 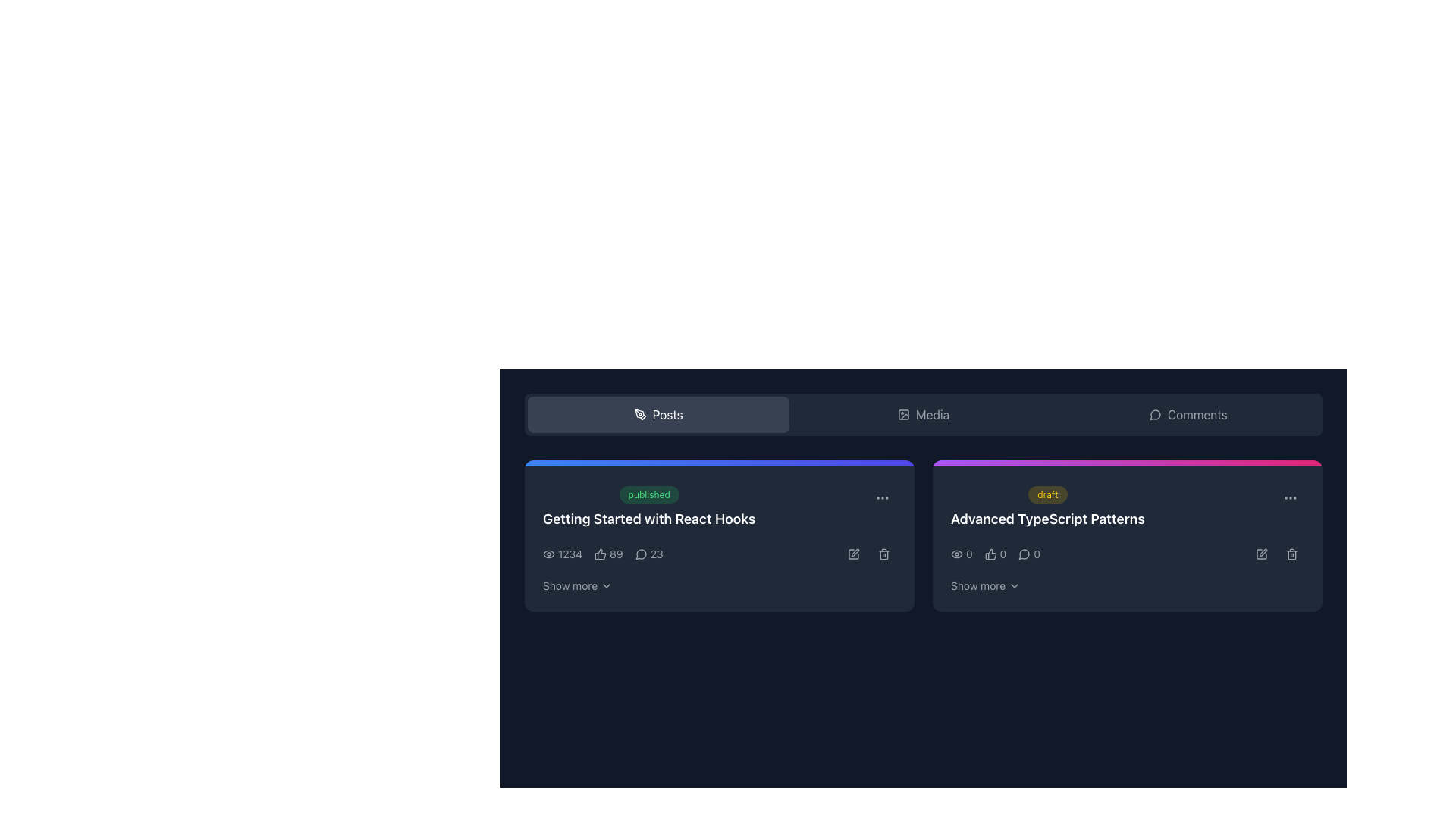 I want to click on the 'Comments' text label located at the top right corner of the interface, which is rendered in a medium-sized font with a grayish hue, so click(x=1197, y=415).